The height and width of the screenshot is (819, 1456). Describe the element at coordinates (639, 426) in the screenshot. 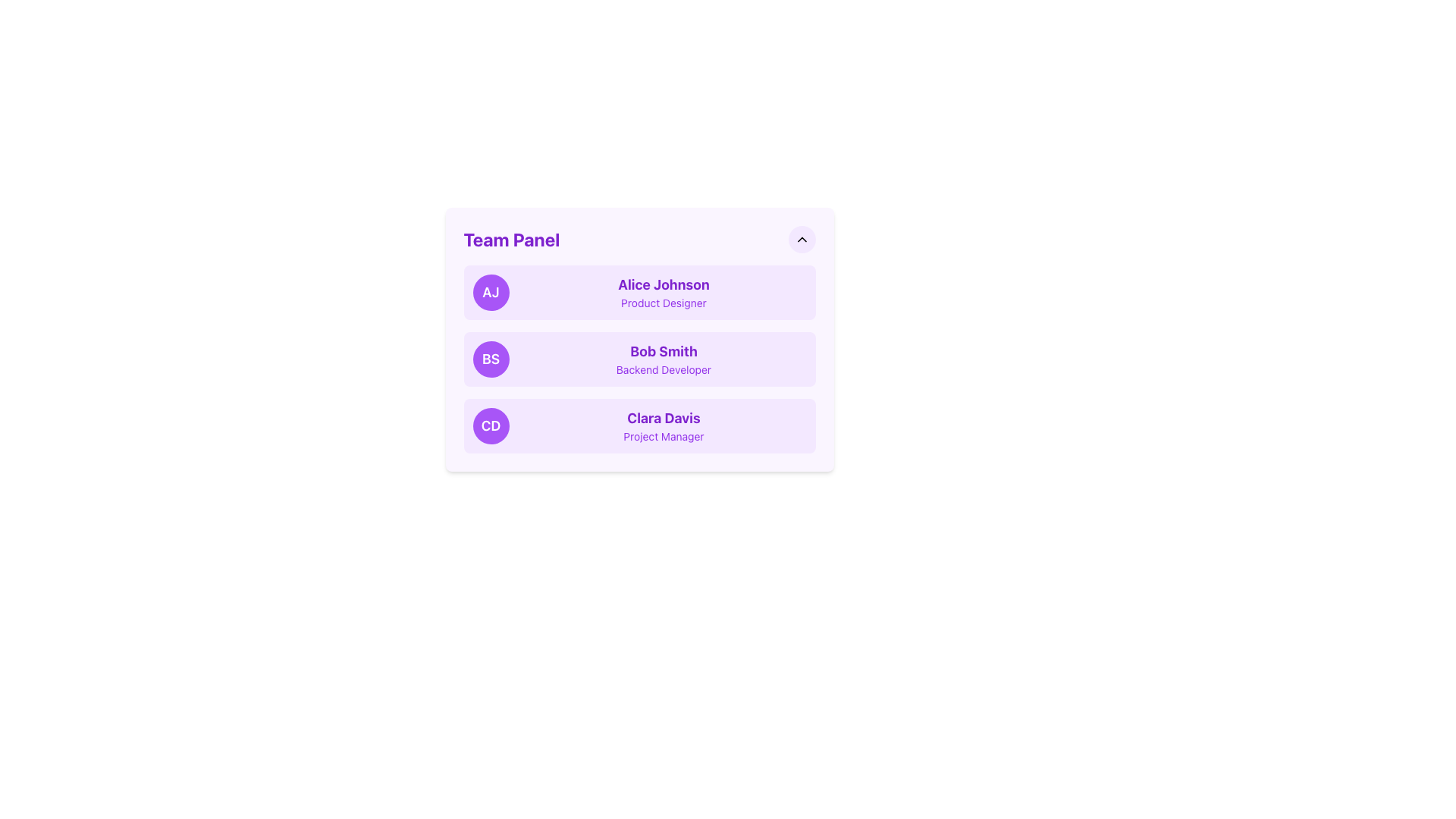

I see `the Profile card featuring initials 'CD' in white text and the name 'Clara Davis' in bold purple, located directly below the card for 'Bob Smith'` at that location.